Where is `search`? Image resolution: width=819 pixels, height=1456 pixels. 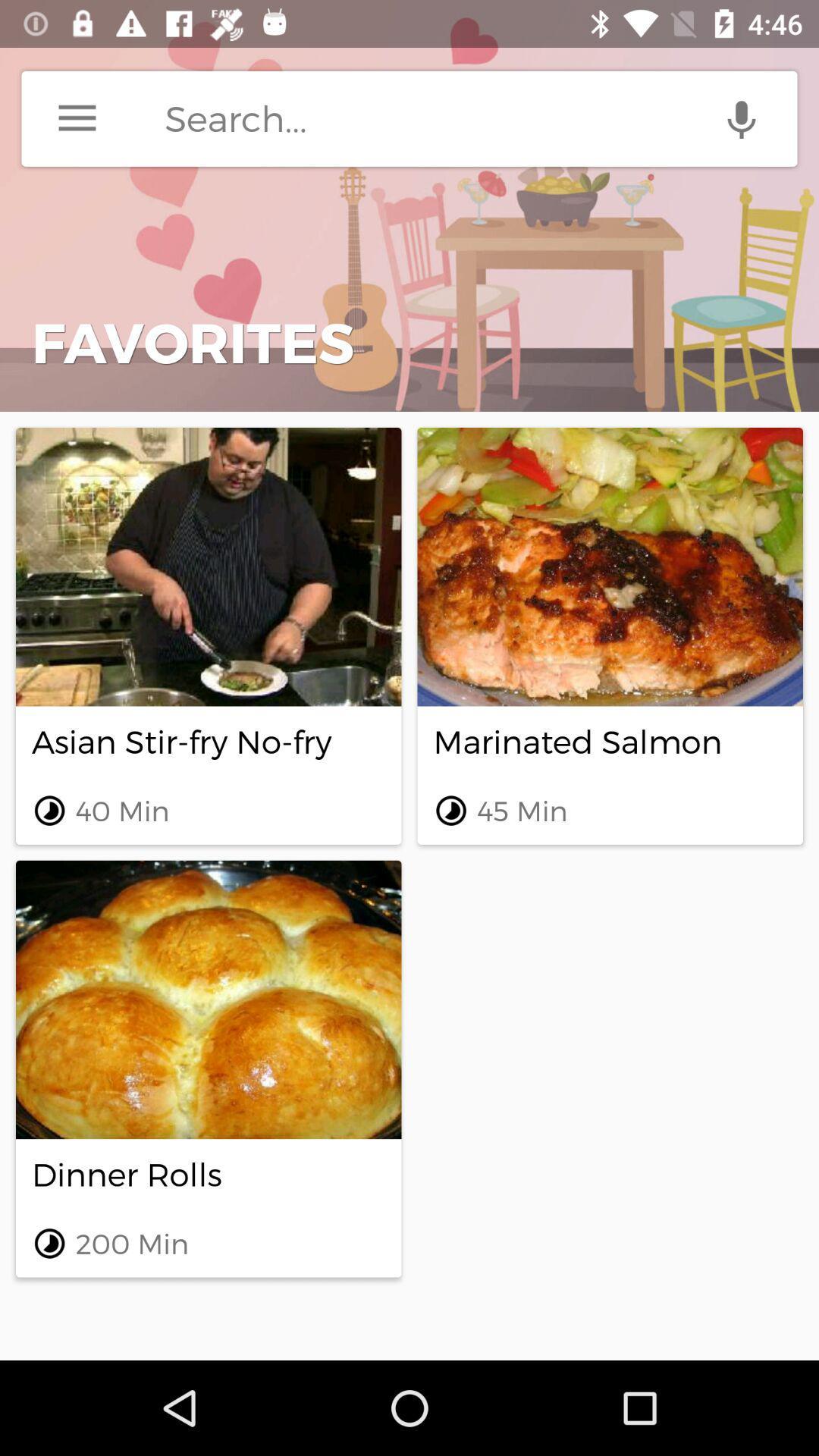 search is located at coordinates (481, 118).